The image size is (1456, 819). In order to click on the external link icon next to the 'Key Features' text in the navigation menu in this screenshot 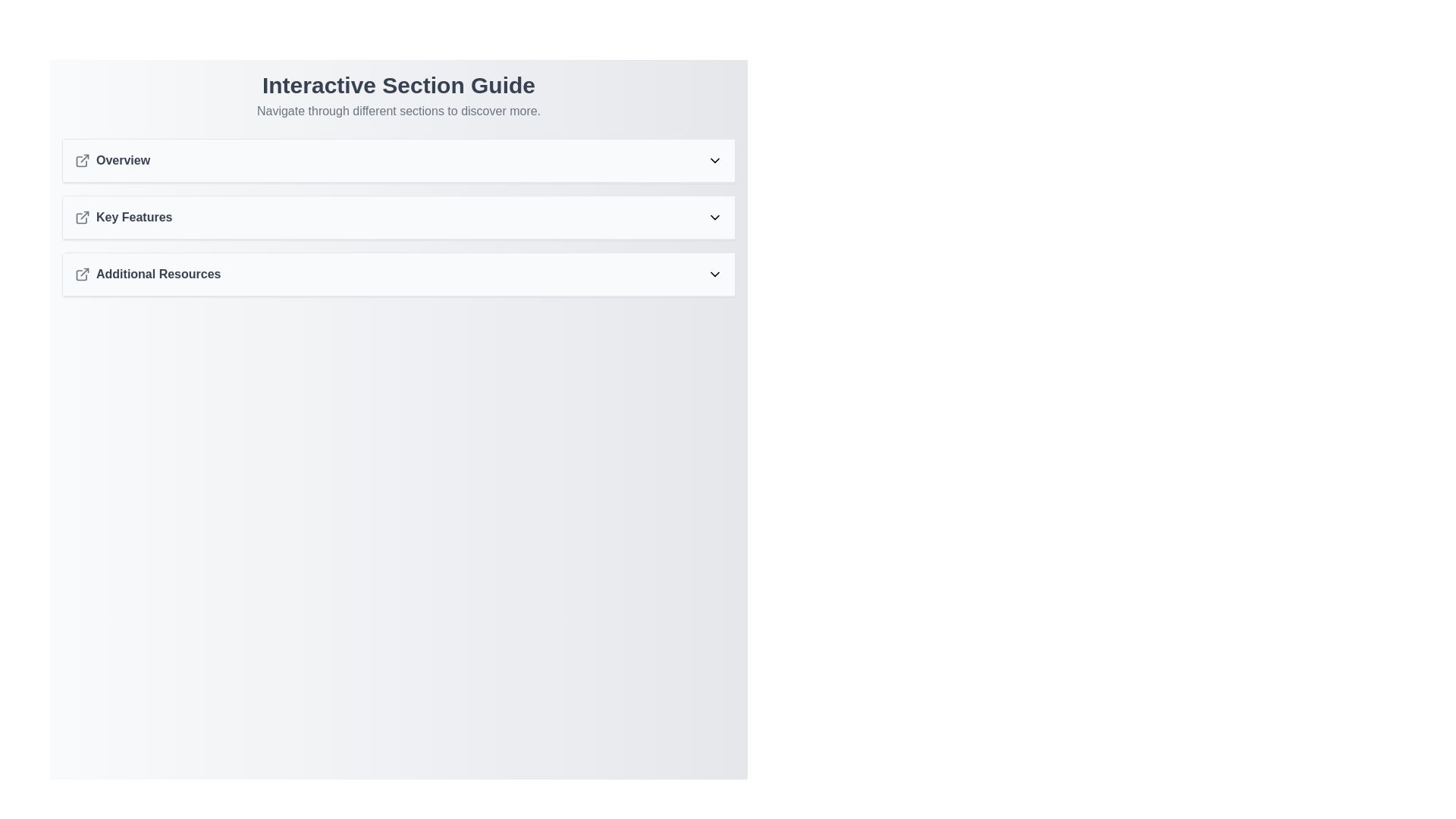, I will do `click(82, 217)`.